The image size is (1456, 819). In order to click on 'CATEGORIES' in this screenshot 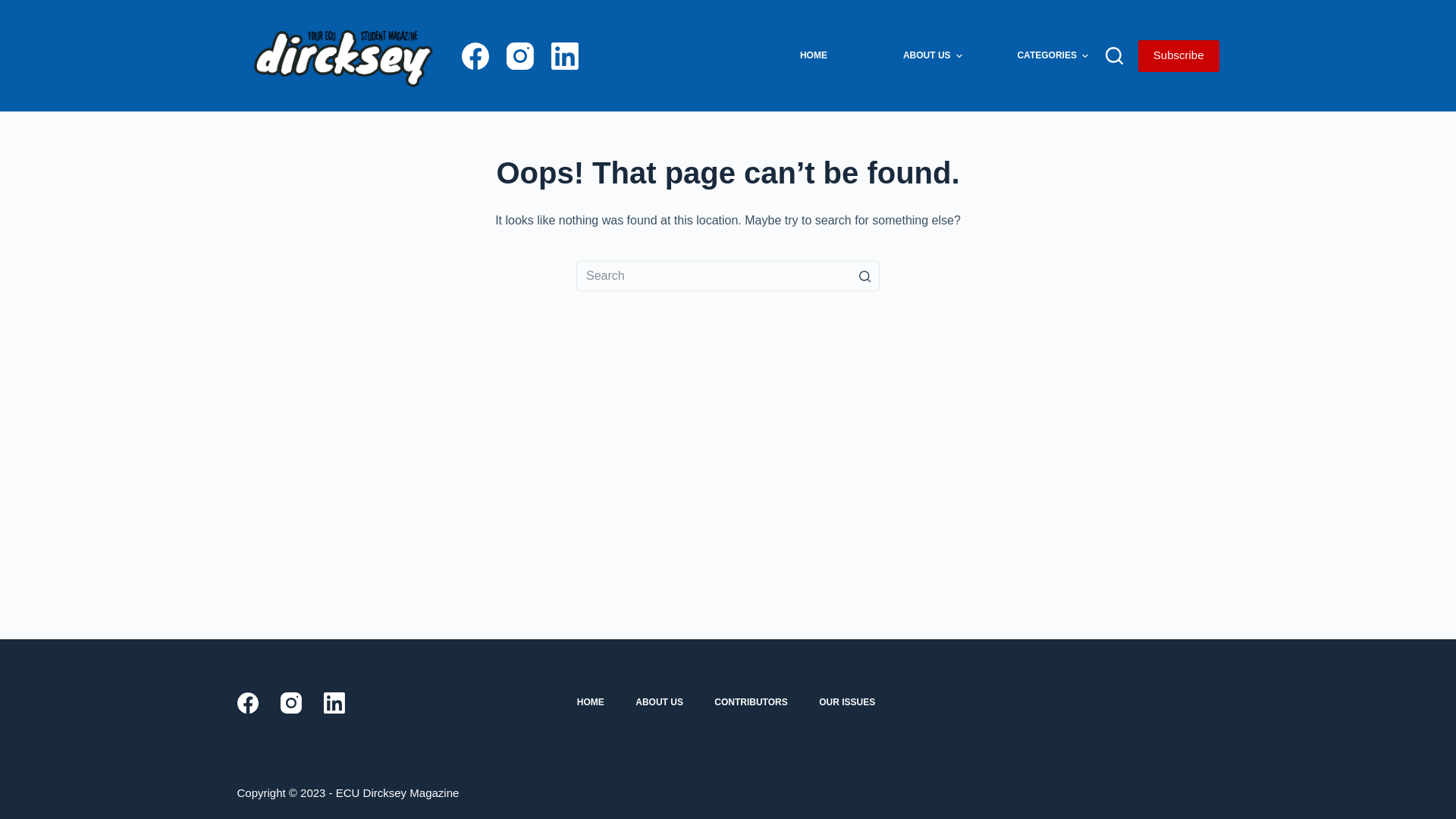, I will do `click(1052, 55)`.